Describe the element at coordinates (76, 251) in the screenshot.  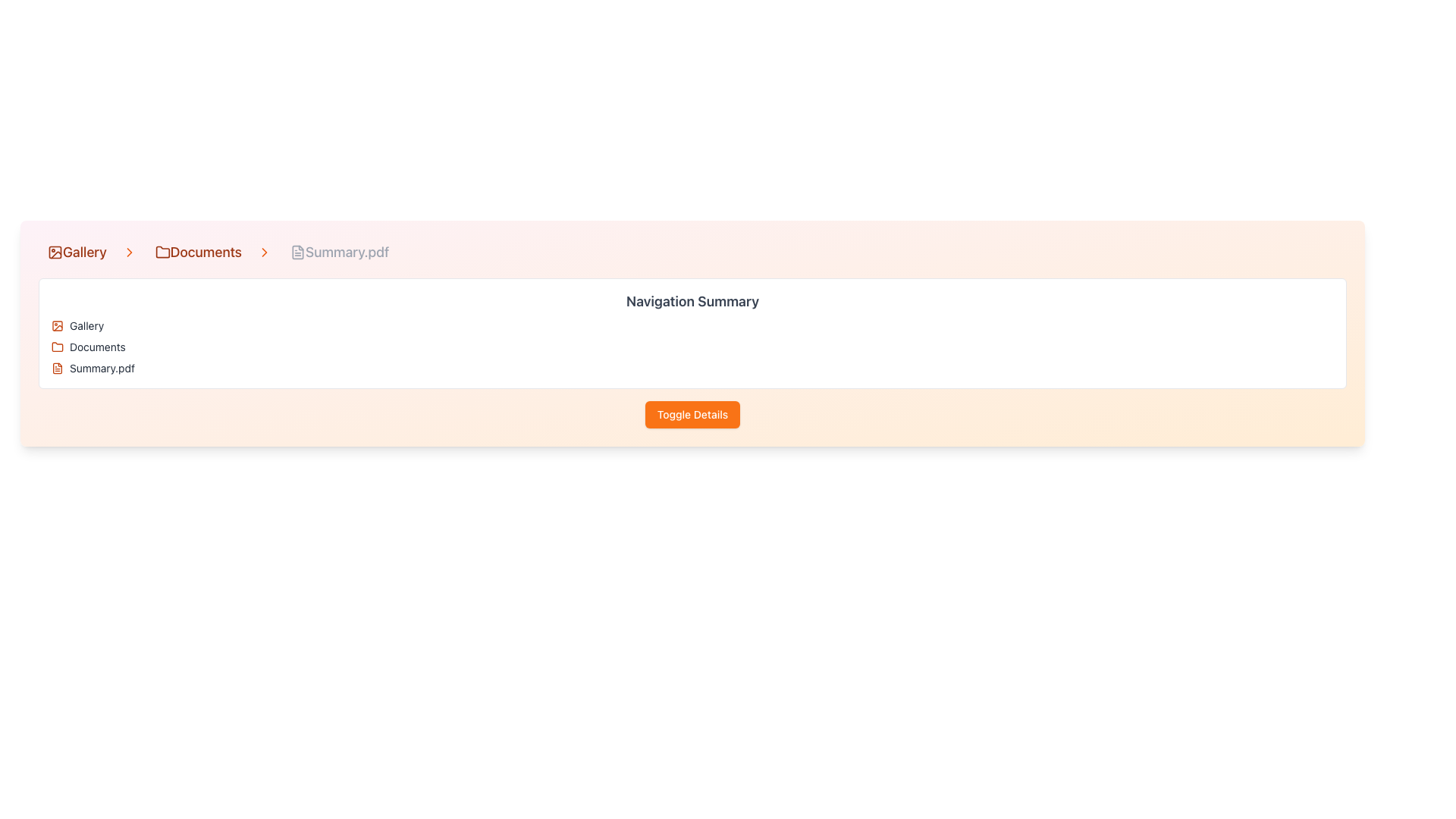
I see `the 'Gallery' navigation link, which is the first item in the breadcrumb navigation bar at the top left` at that location.